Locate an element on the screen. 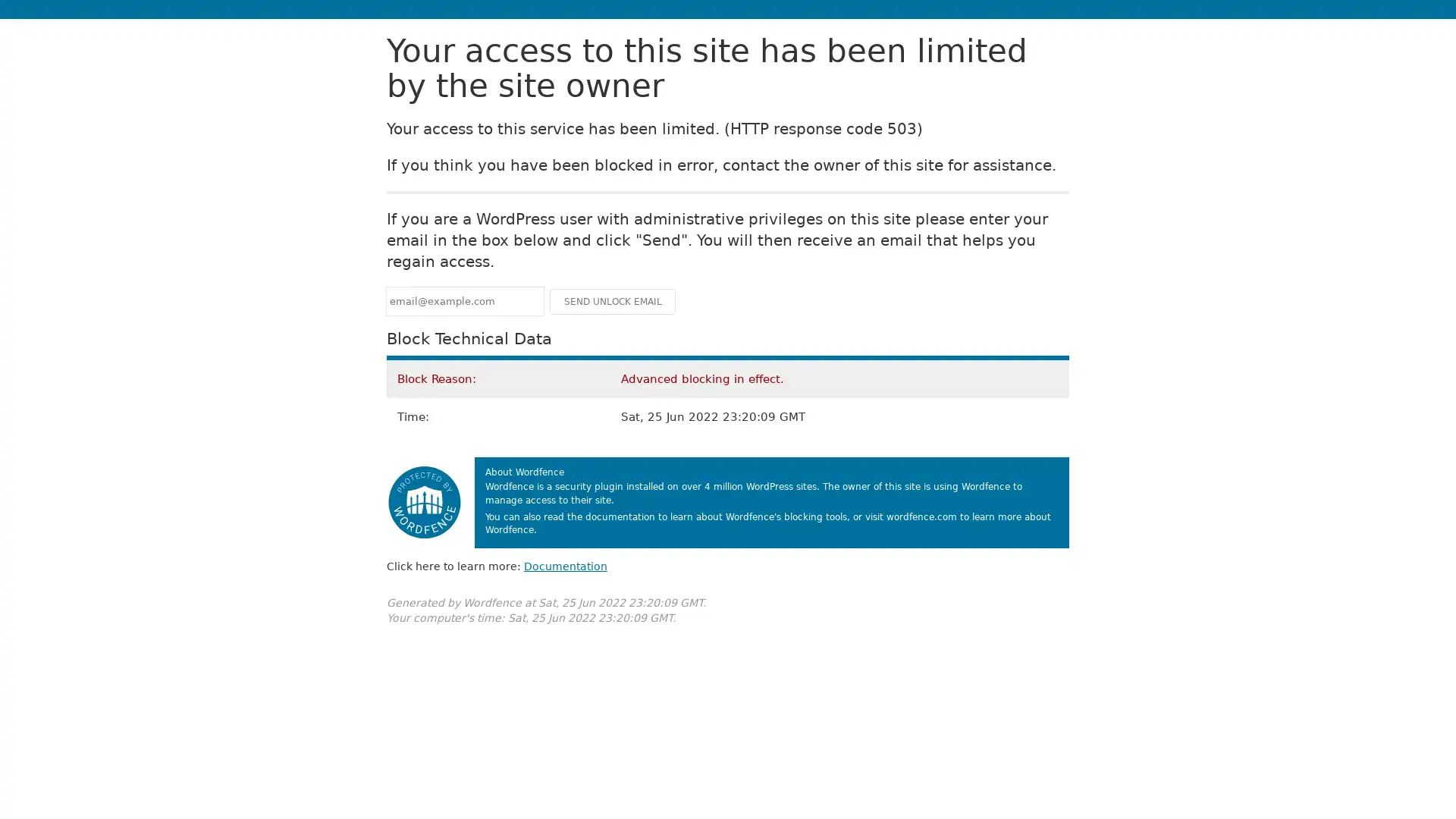  Send Unlock Email is located at coordinates (612, 301).